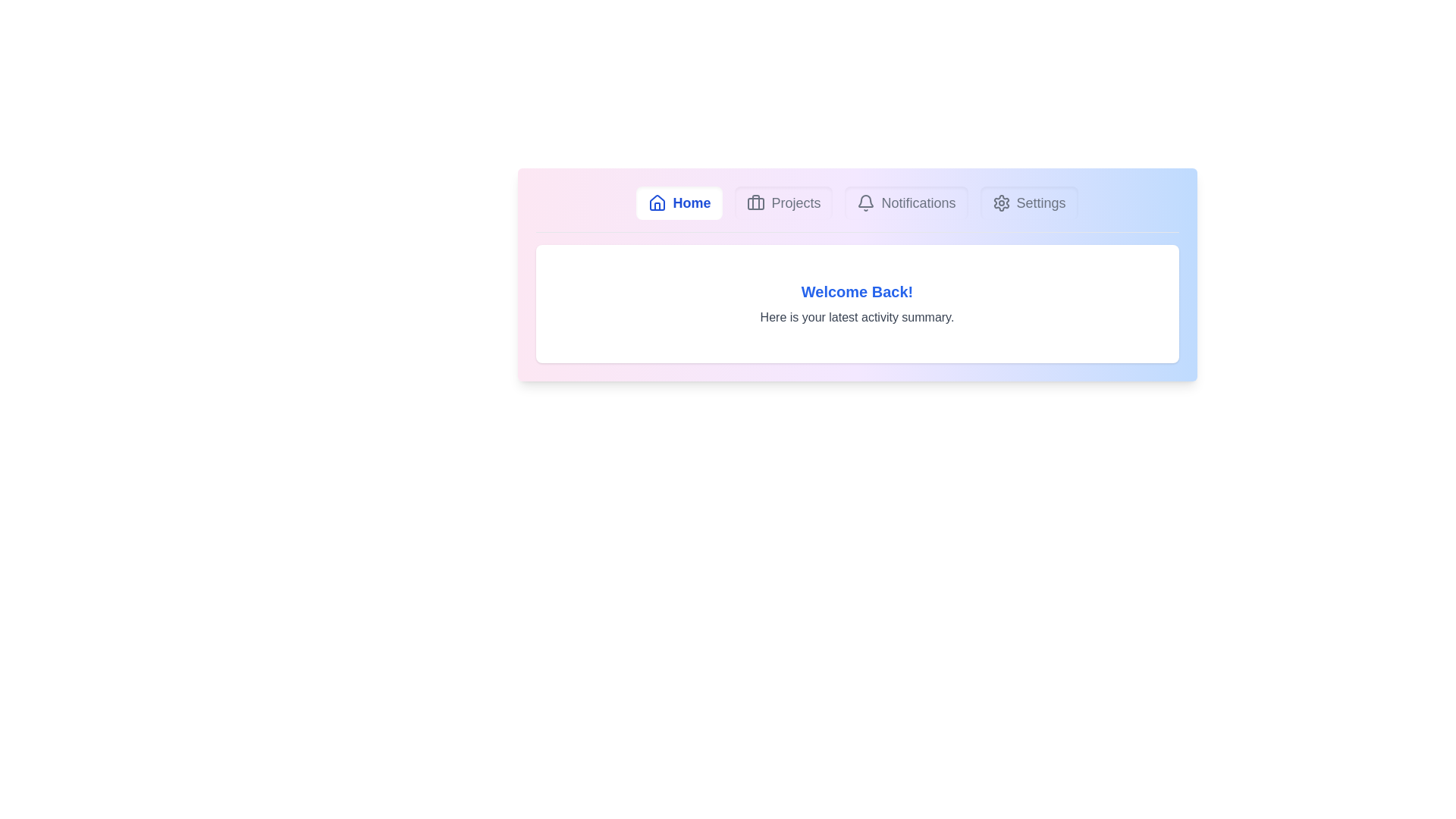  Describe the element at coordinates (783, 202) in the screenshot. I see `the Projects tab to switch to its content` at that location.